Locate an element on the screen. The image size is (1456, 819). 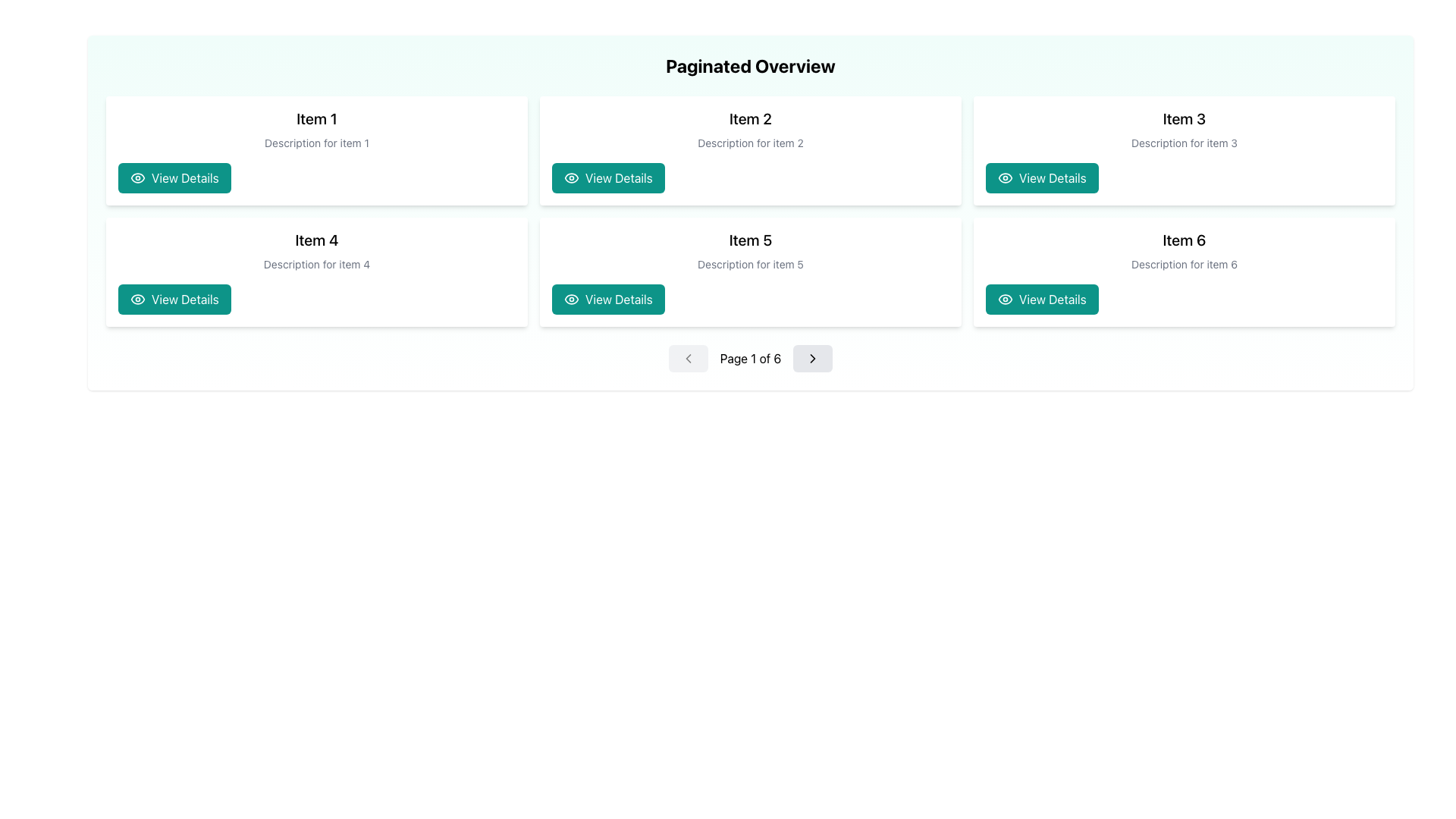
the text label displaying 'Description for item 5', which is a small gray text label positioned centrally below the main title 'Item 5' and above the 'View Details' button in the card for the fifth item is located at coordinates (750, 263).